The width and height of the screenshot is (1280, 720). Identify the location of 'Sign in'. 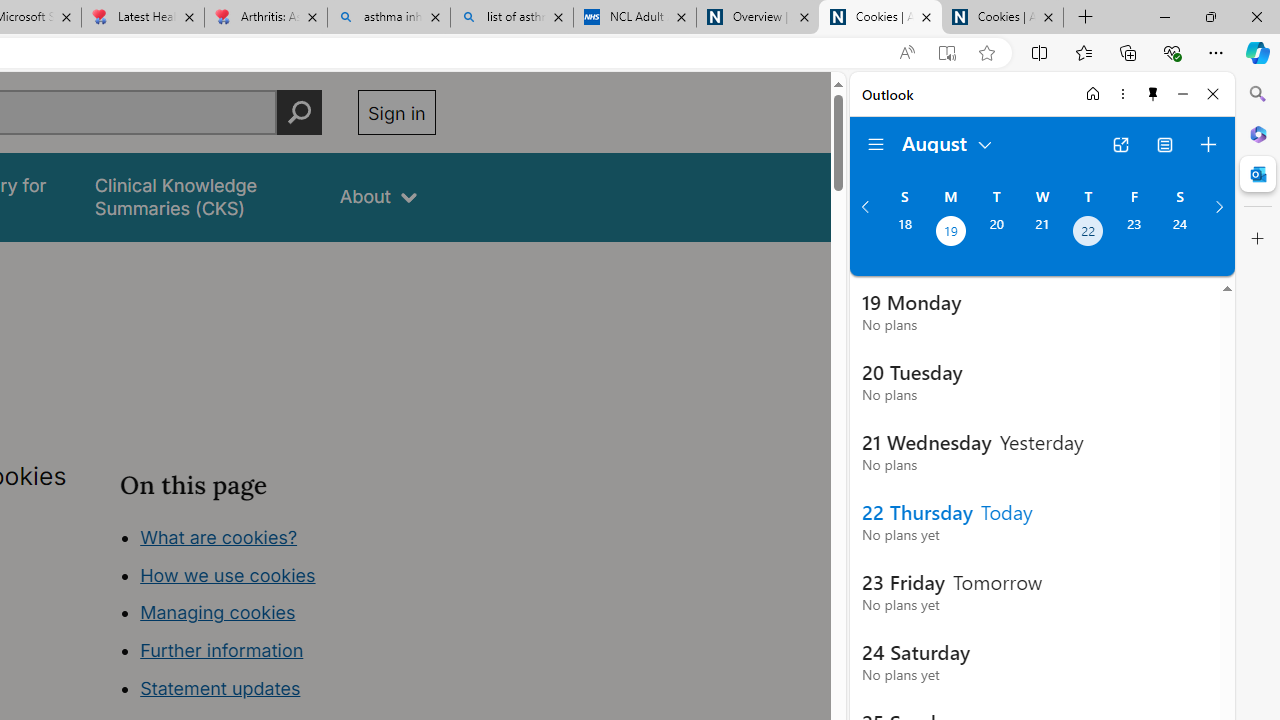
(396, 112).